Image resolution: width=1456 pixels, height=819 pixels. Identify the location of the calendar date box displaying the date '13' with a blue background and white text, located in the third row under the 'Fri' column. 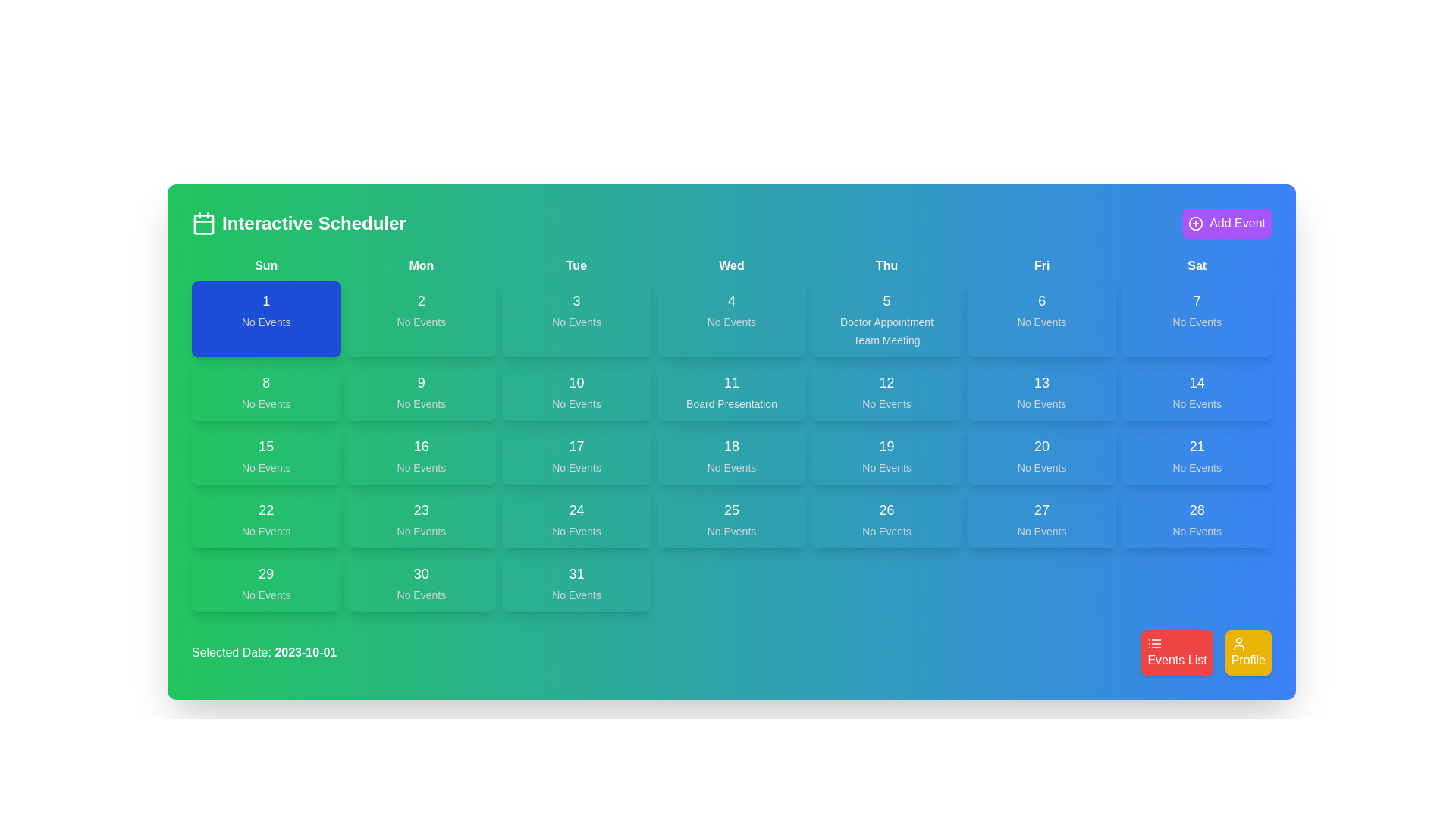
(1041, 391).